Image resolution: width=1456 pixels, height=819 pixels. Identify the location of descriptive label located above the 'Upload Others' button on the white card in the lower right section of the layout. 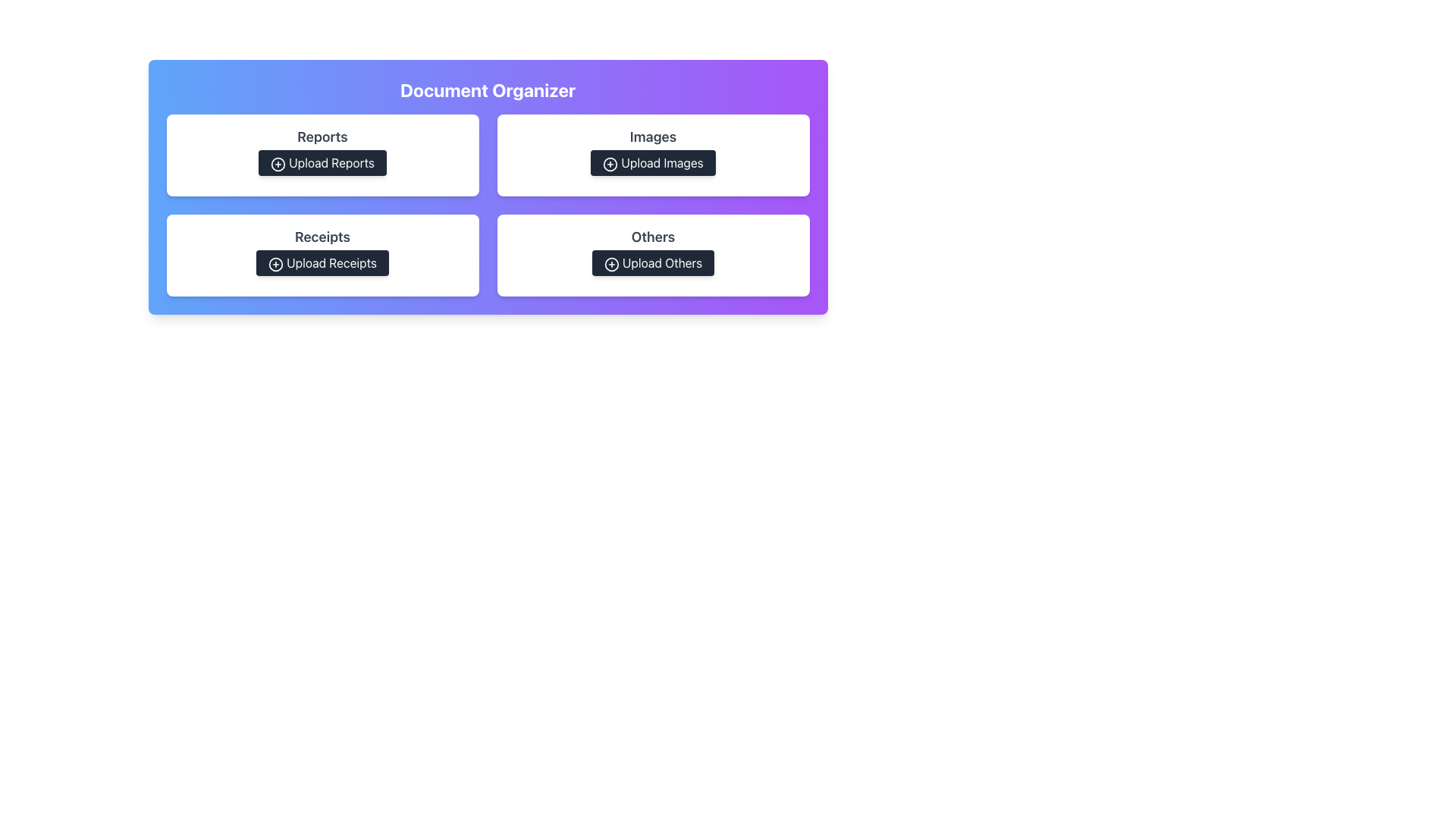
(653, 237).